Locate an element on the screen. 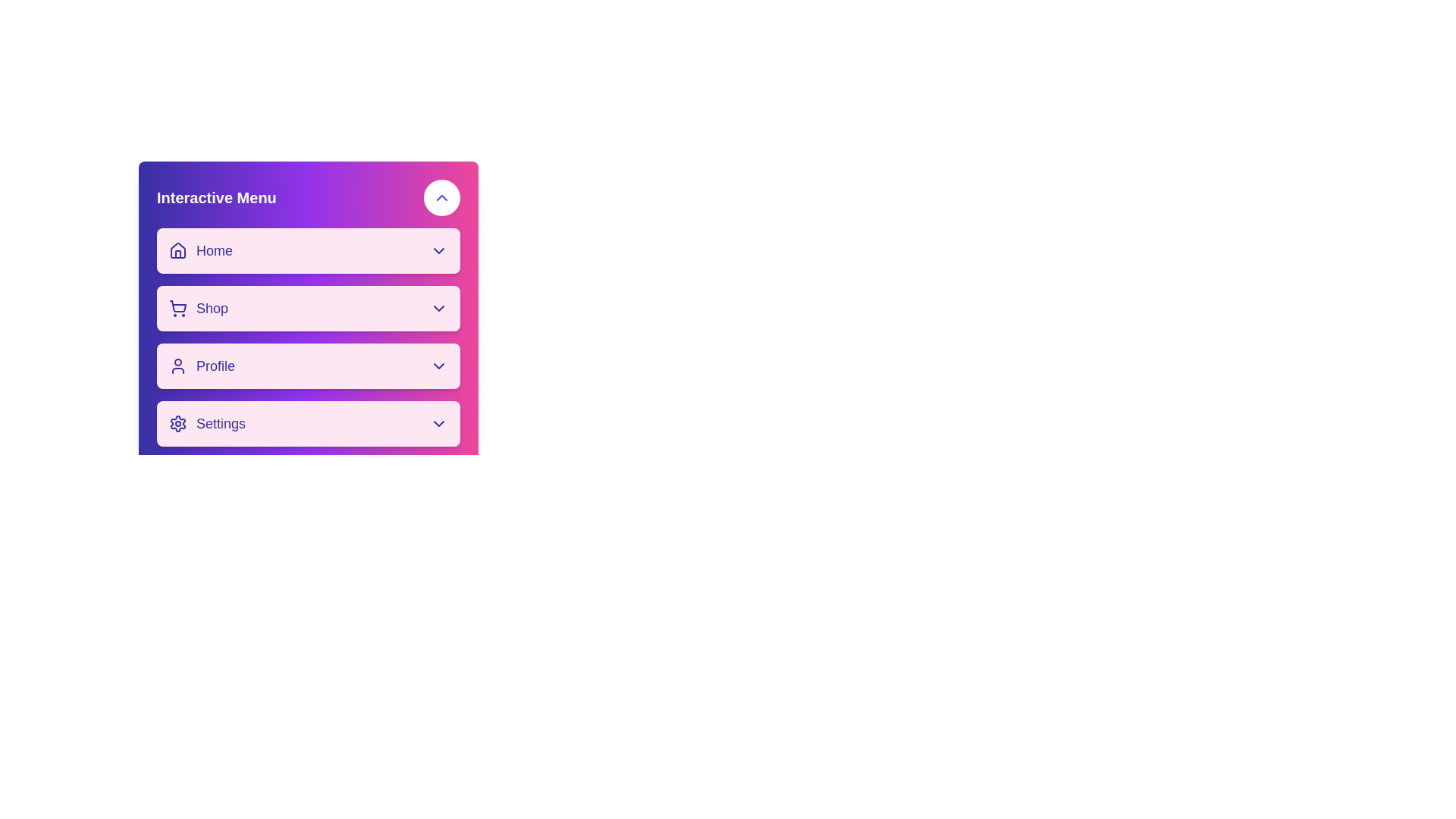 The image size is (1456, 819). the 'Shop' label in the vertical menu that indicates access to shopping resources, positioned between 'Home' and 'Profile' is located at coordinates (211, 308).